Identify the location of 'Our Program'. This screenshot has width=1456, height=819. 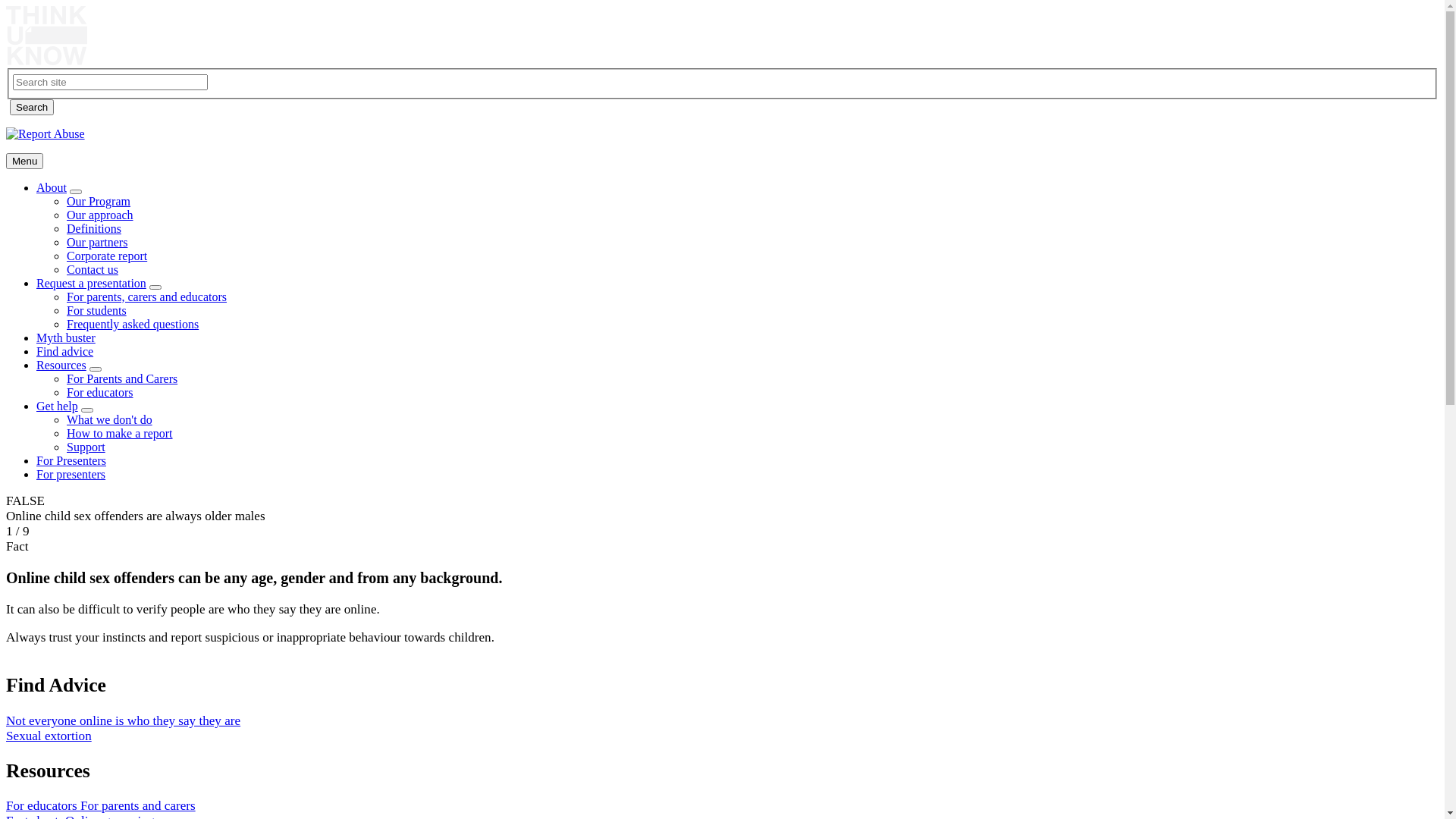
(97, 200).